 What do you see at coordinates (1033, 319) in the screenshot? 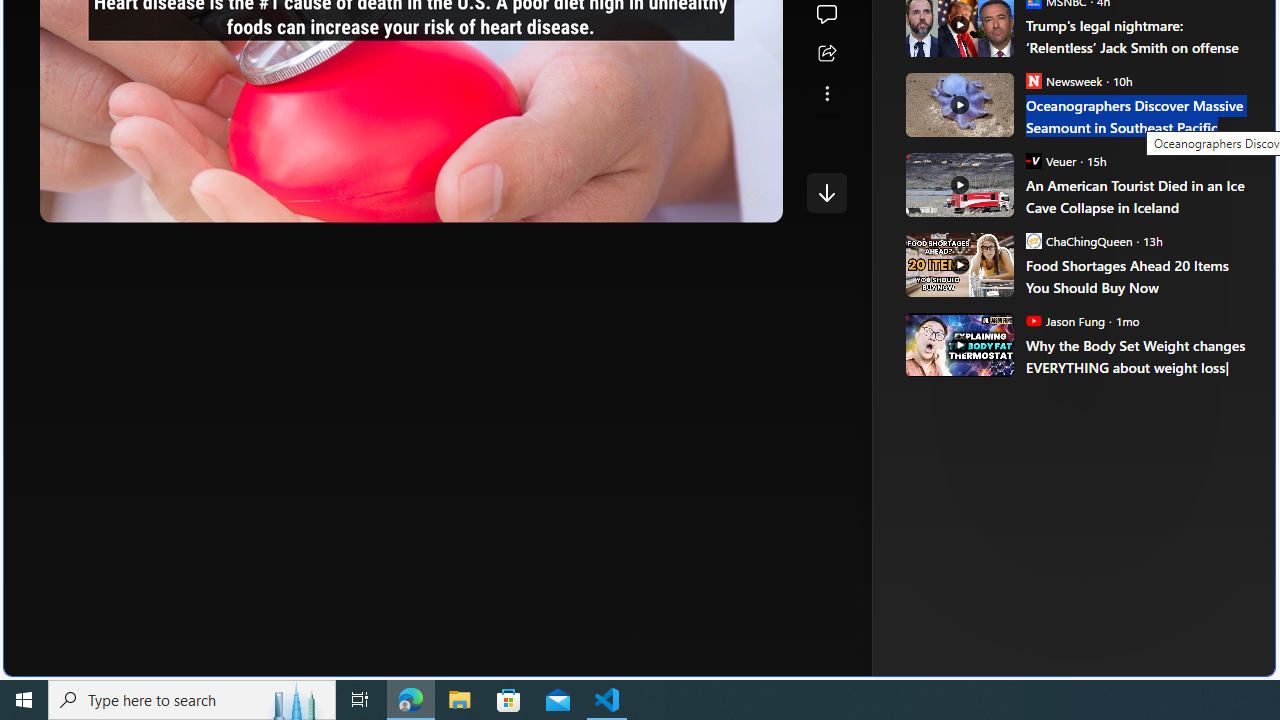
I see `'Jason Fung'` at bounding box center [1033, 319].